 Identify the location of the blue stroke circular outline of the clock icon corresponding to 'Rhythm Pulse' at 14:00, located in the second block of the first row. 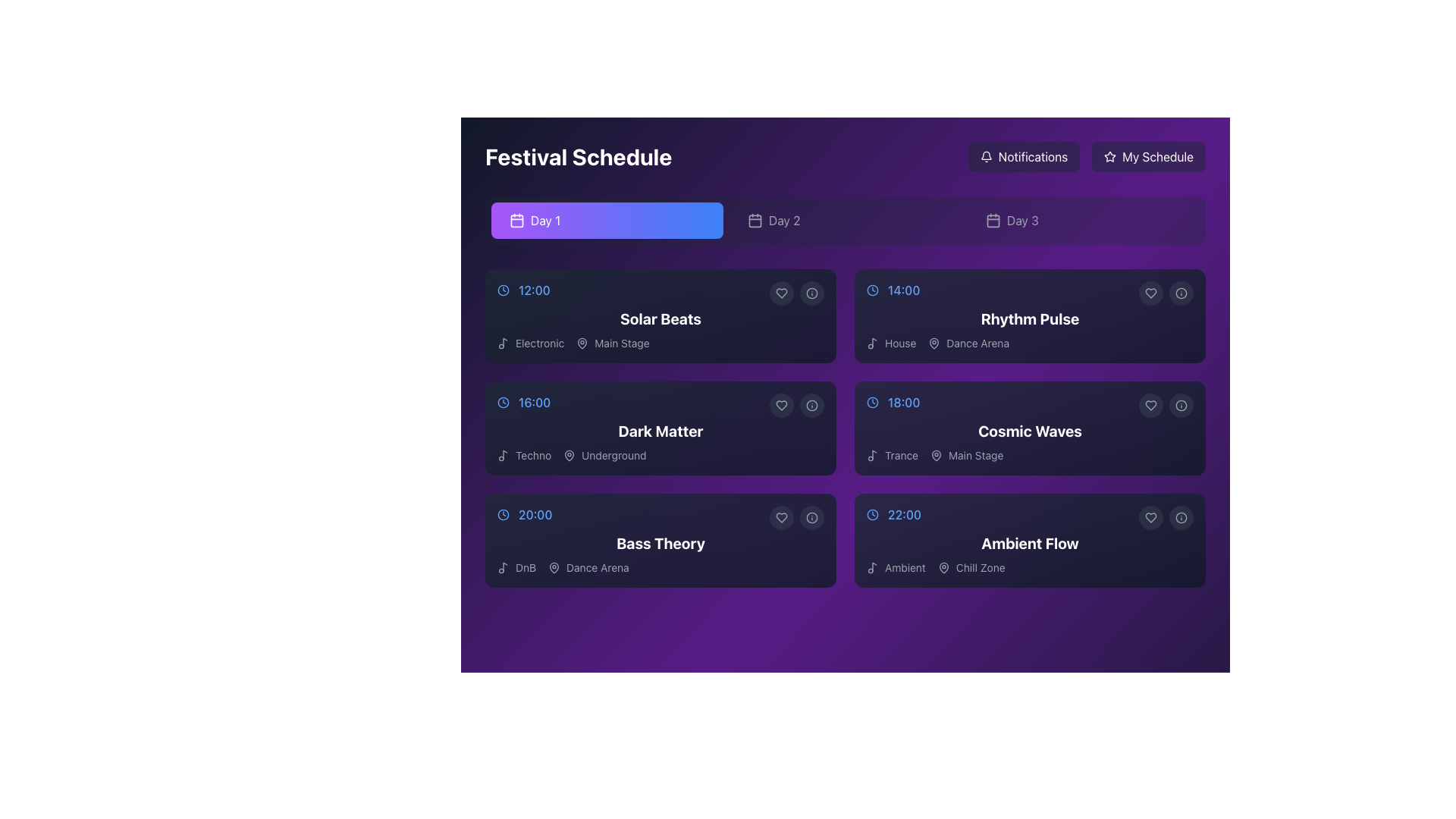
(873, 290).